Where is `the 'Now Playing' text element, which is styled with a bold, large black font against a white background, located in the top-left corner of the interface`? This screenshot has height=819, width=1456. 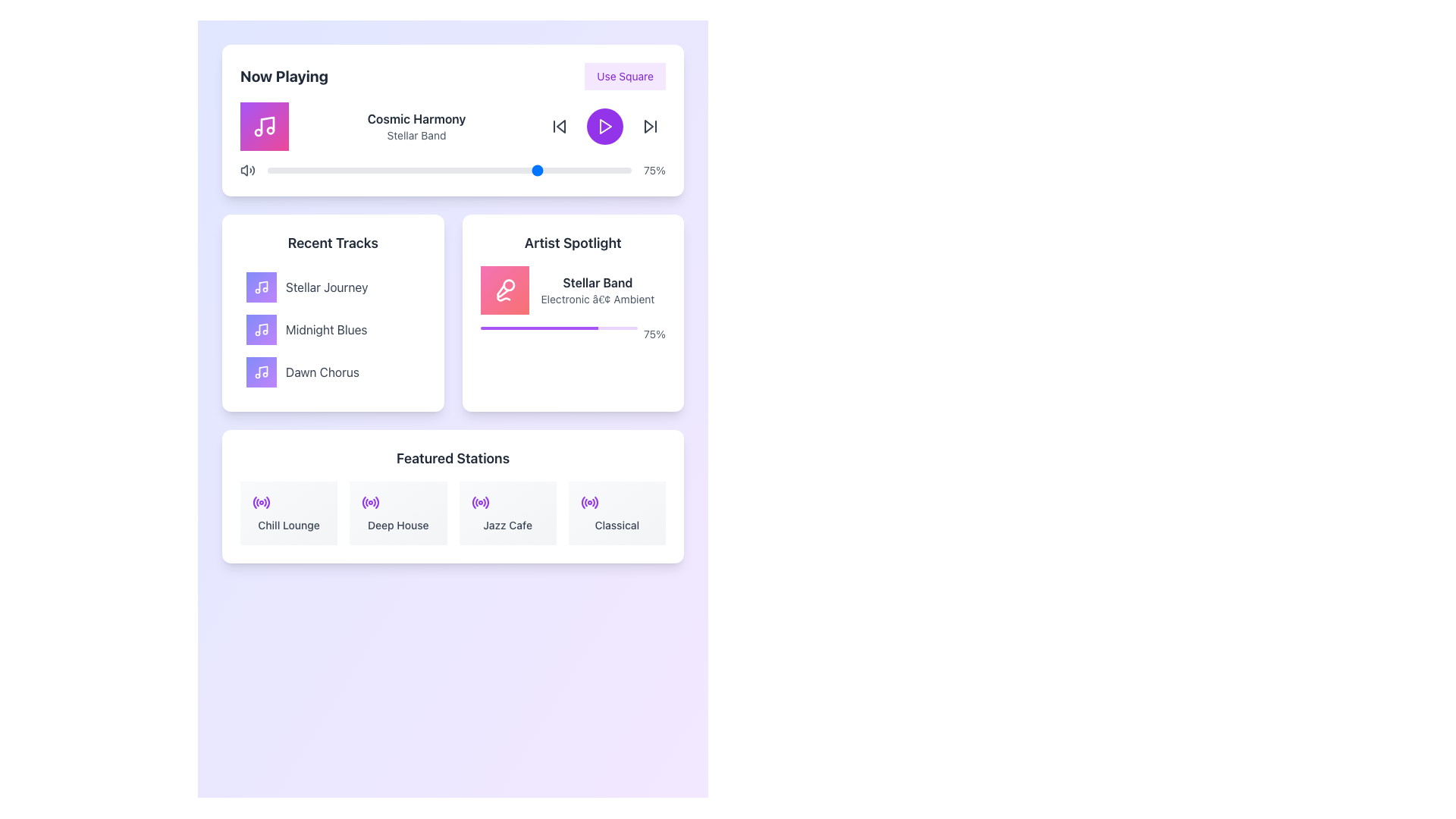 the 'Now Playing' text element, which is styled with a bold, large black font against a white background, located in the top-left corner of the interface is located at coordinates (284, 76).